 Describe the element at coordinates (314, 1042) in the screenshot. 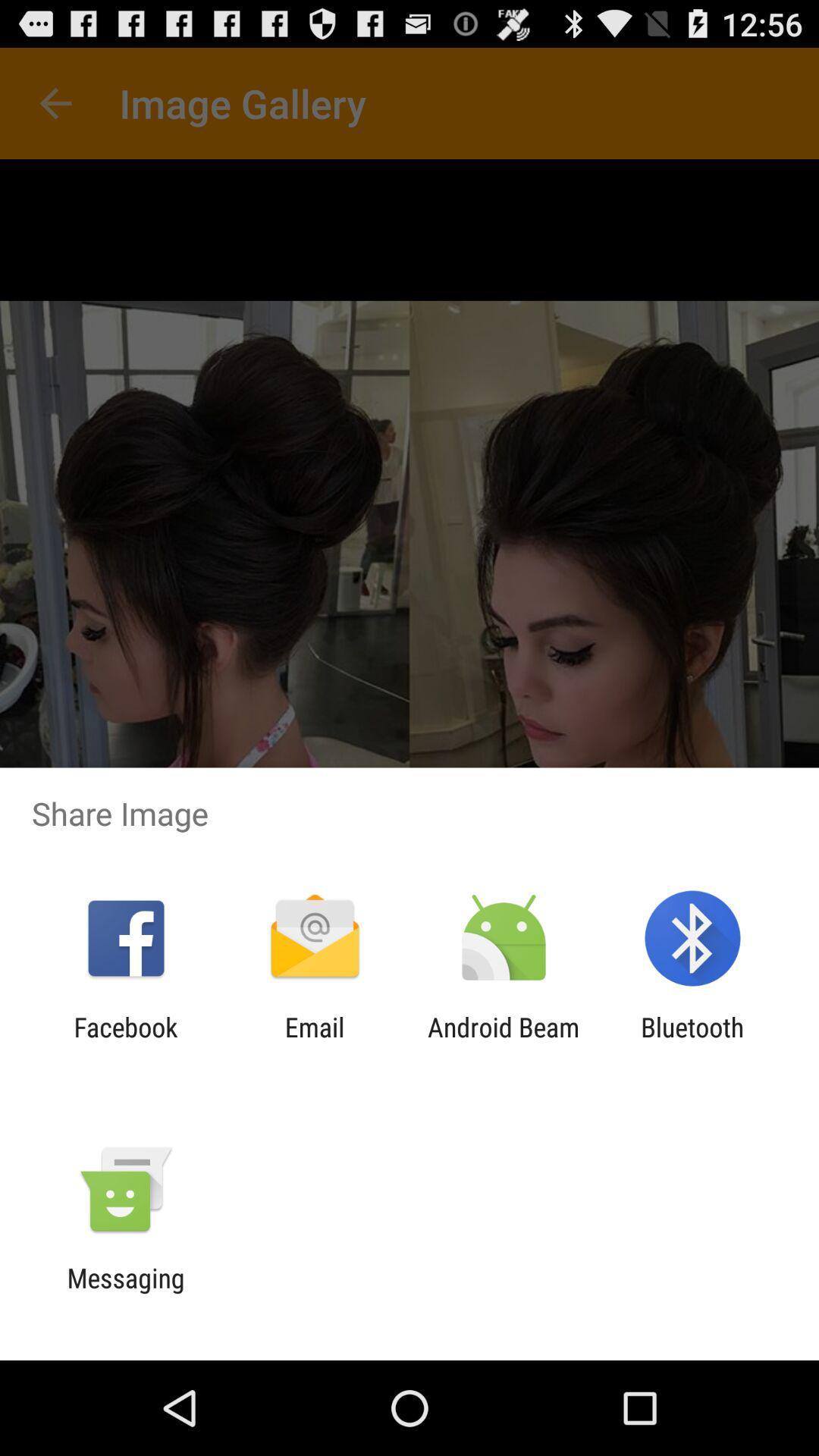

I see `app next to the android beam app` at that location.